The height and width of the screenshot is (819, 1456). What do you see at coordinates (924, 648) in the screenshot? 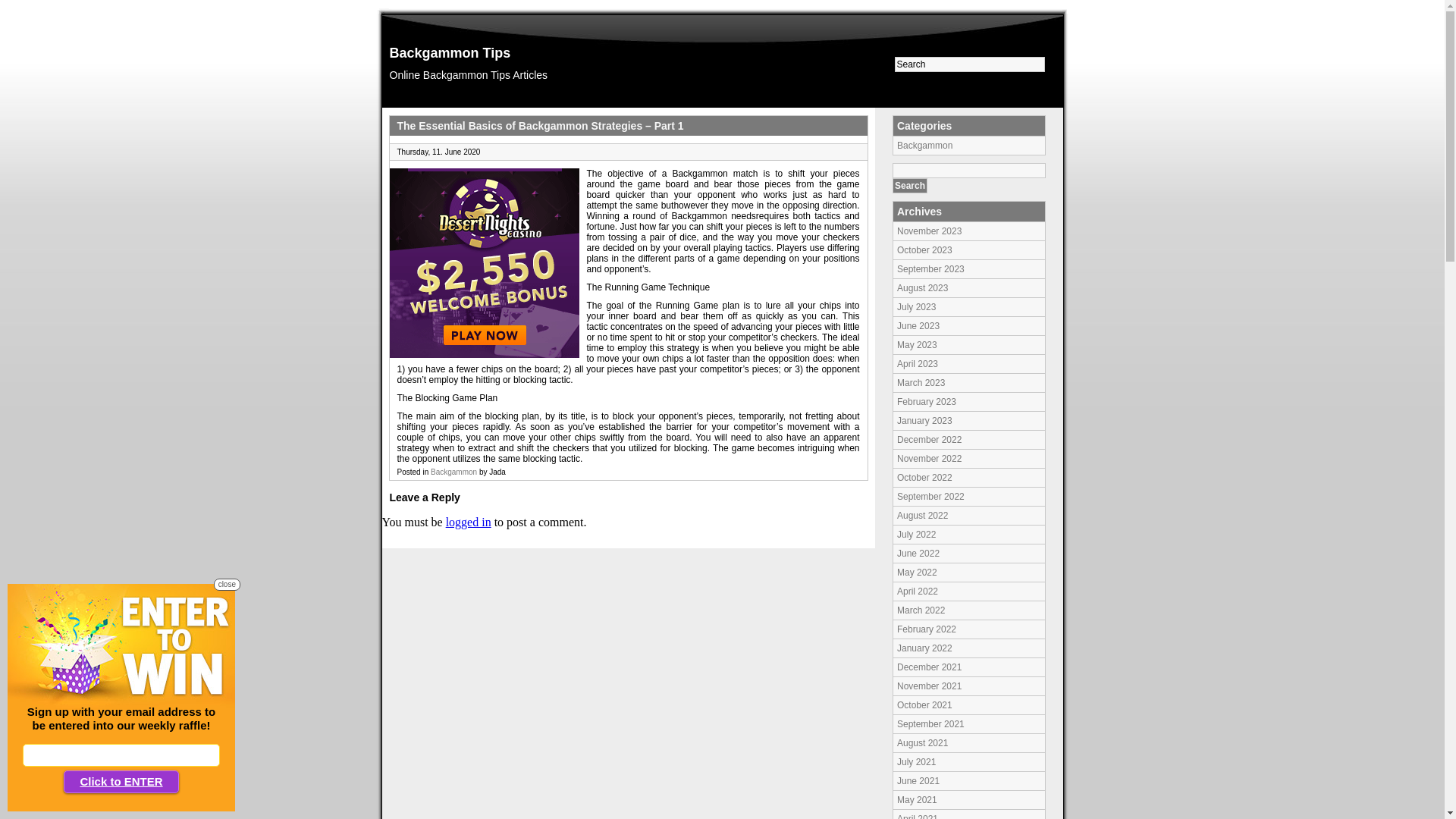
I see `'January 2022'` at bounding box center [924, 648].